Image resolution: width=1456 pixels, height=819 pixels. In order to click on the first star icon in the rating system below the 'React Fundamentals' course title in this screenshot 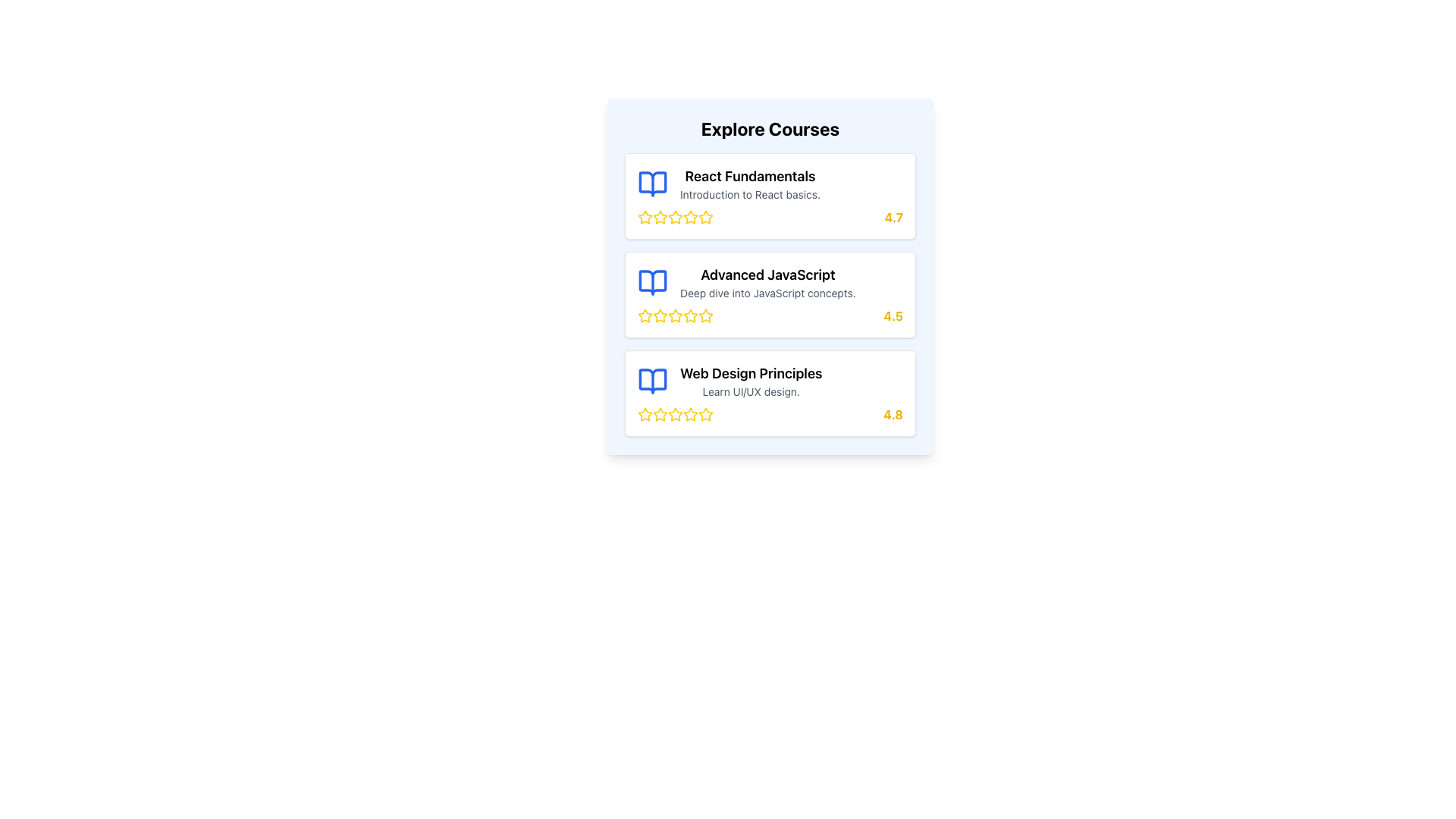, I will do `click(645, 217)`.